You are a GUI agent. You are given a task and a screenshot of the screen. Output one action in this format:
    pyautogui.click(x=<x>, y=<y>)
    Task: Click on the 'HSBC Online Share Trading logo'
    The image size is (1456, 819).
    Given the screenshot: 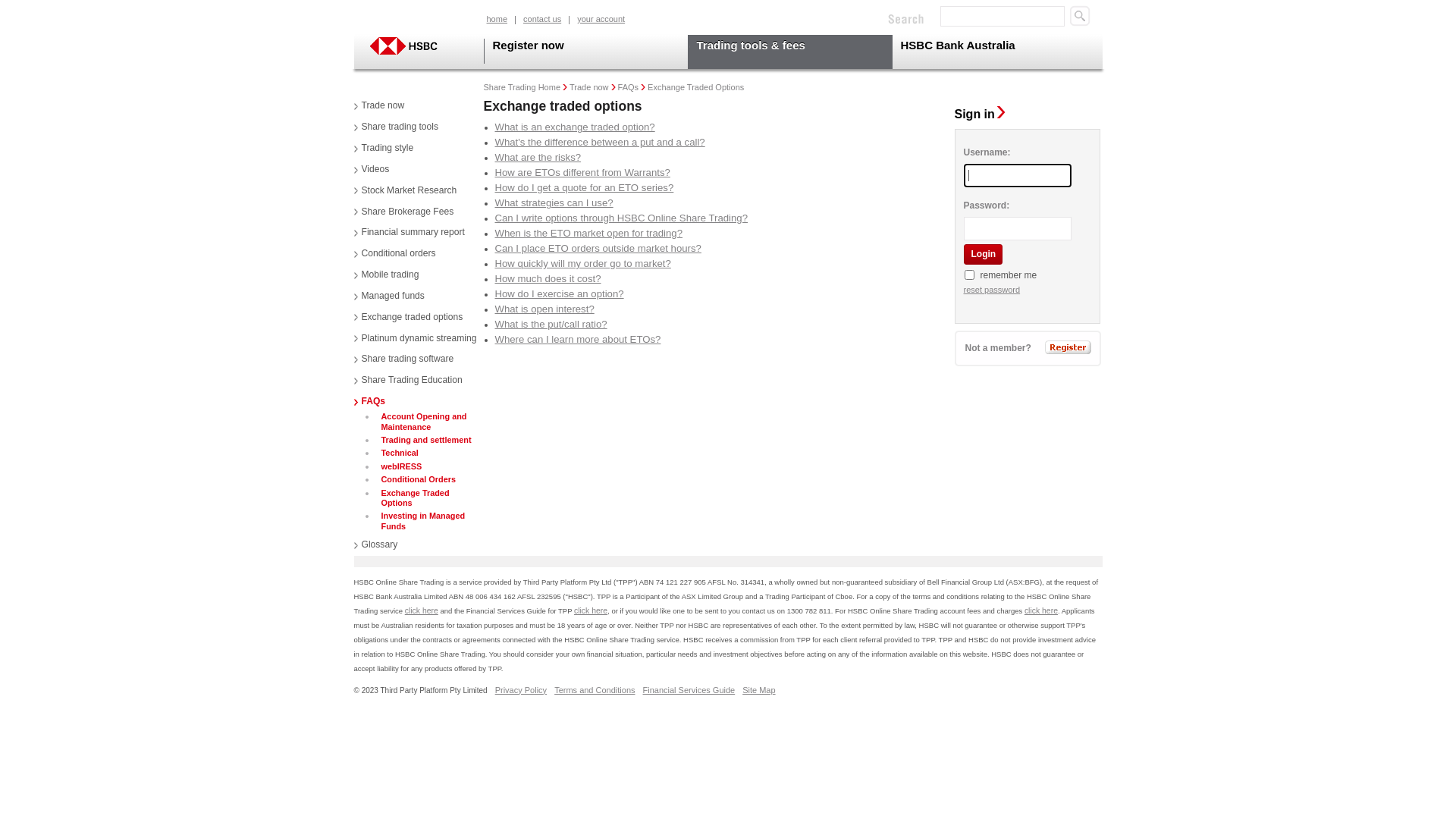 What is the action you would take?
    pyautogui.click(x=365, y=45)
    